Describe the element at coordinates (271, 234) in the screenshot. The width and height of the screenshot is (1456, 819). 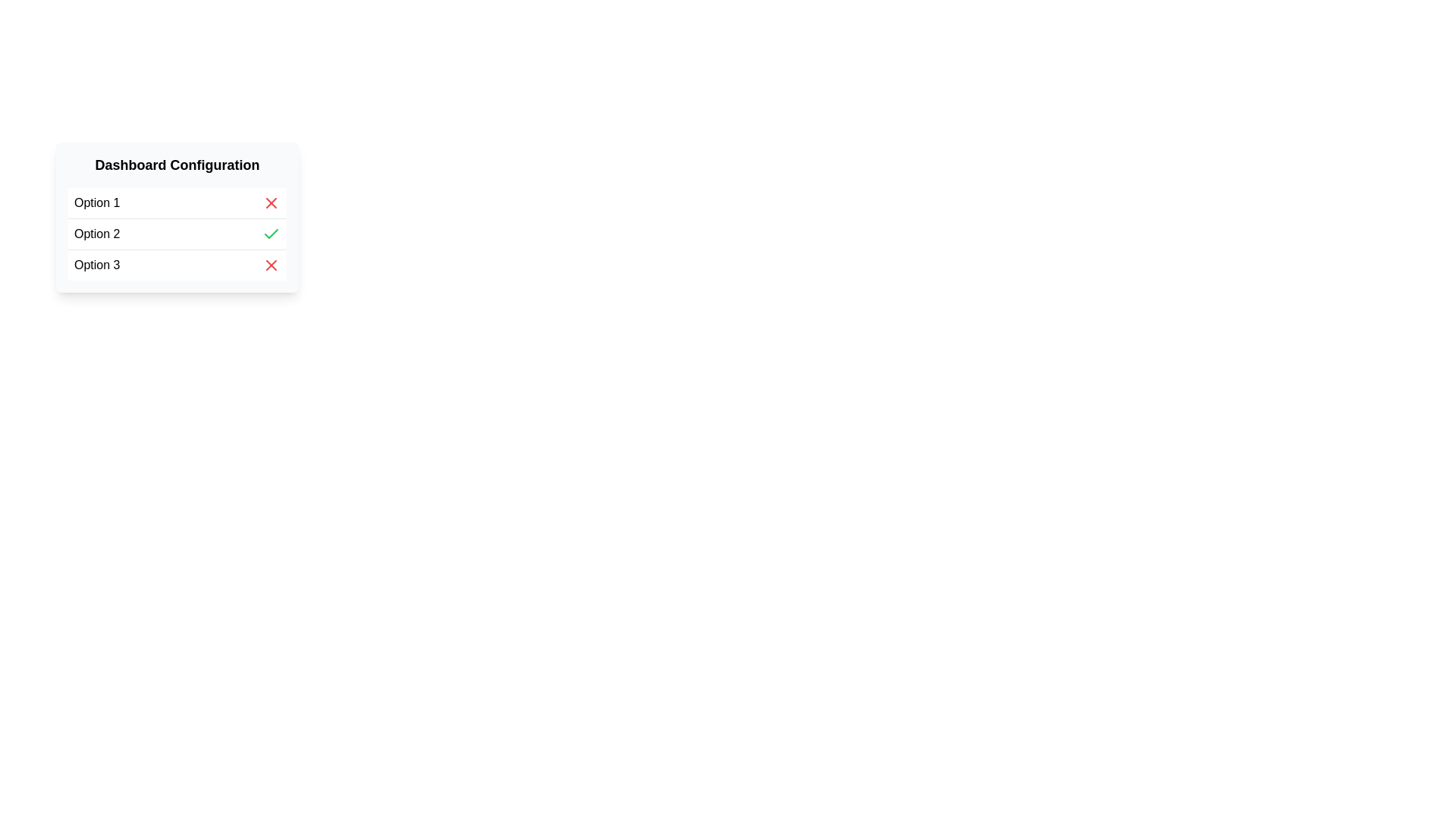
I see `the purpose of the green checkmark icon` at that location.